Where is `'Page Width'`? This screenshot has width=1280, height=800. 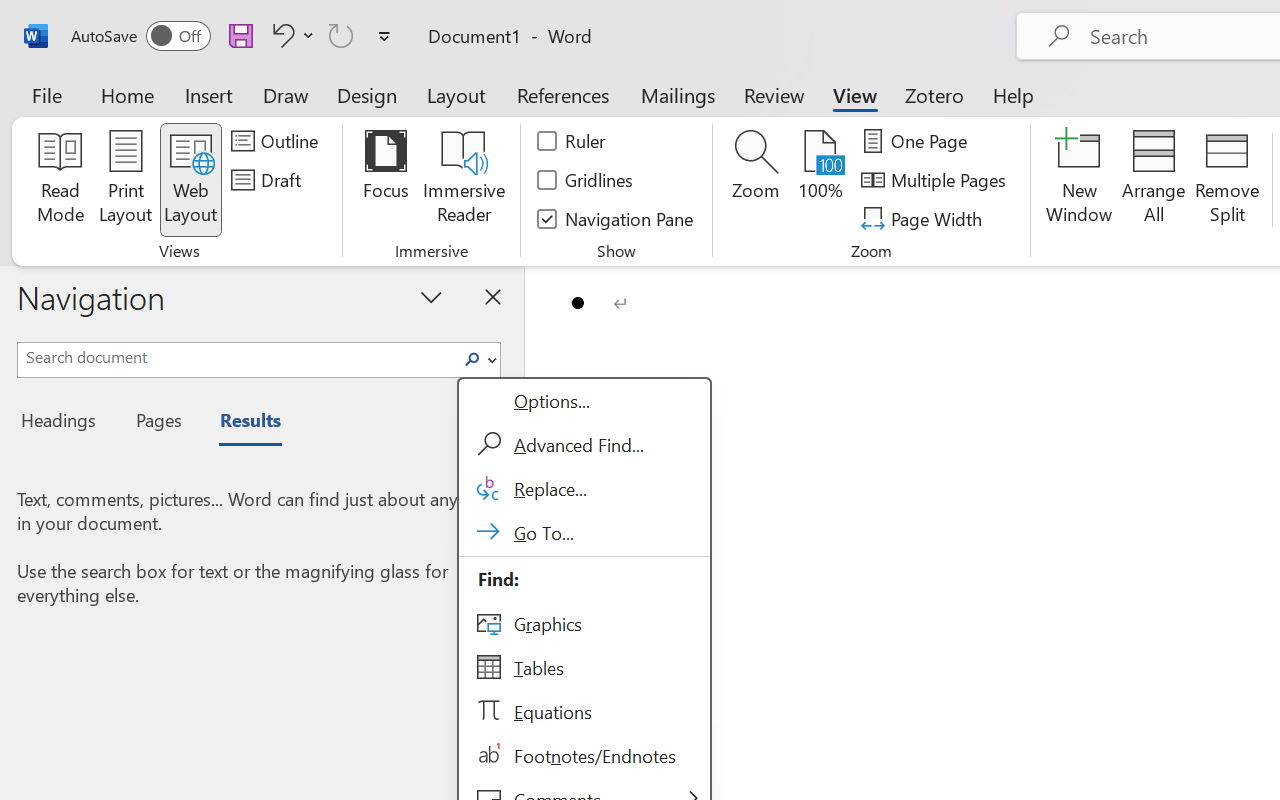
'Page Width' is located at coordinates (923, 218).